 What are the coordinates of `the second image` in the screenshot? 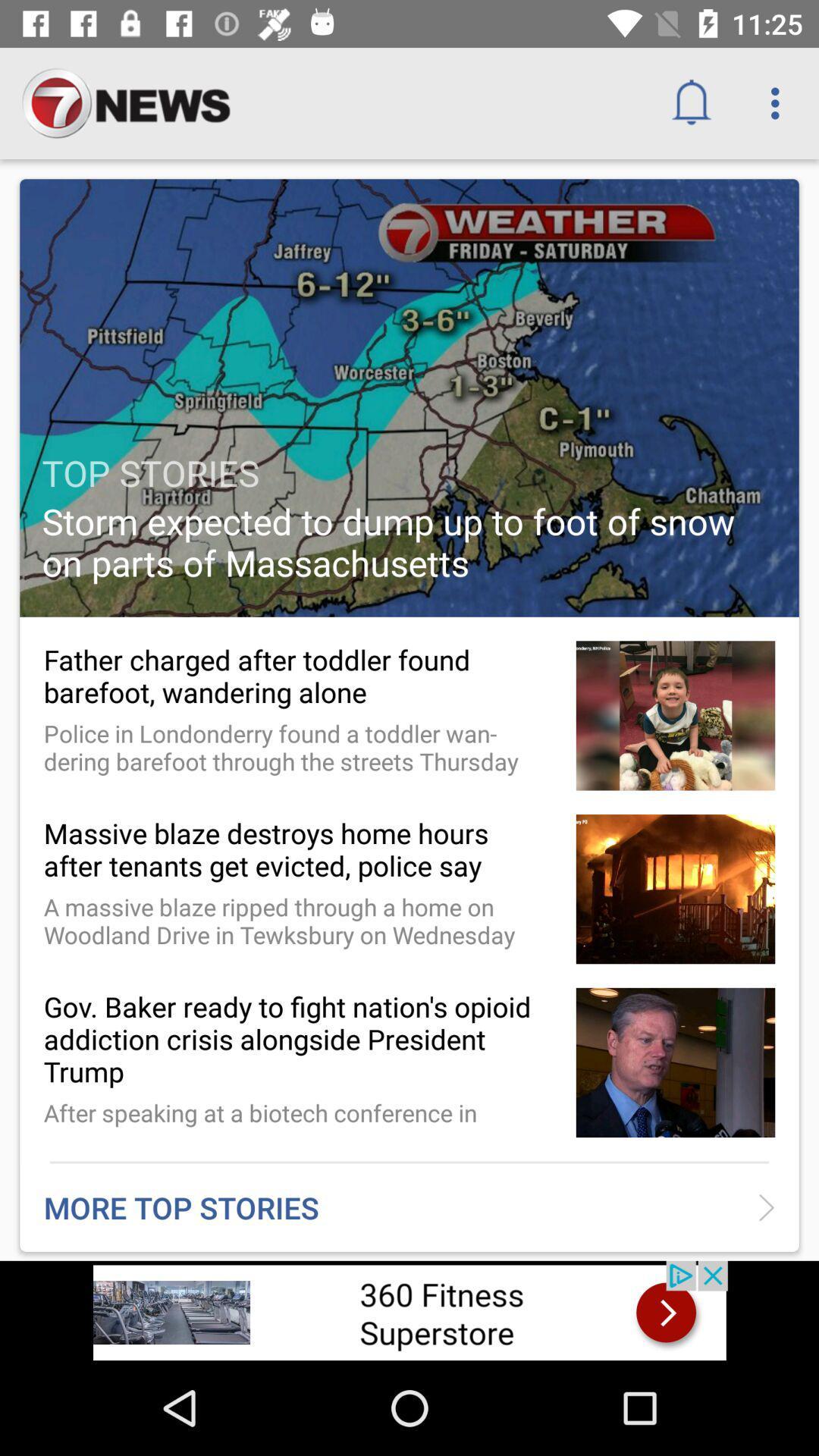 It's located at (675, 715).